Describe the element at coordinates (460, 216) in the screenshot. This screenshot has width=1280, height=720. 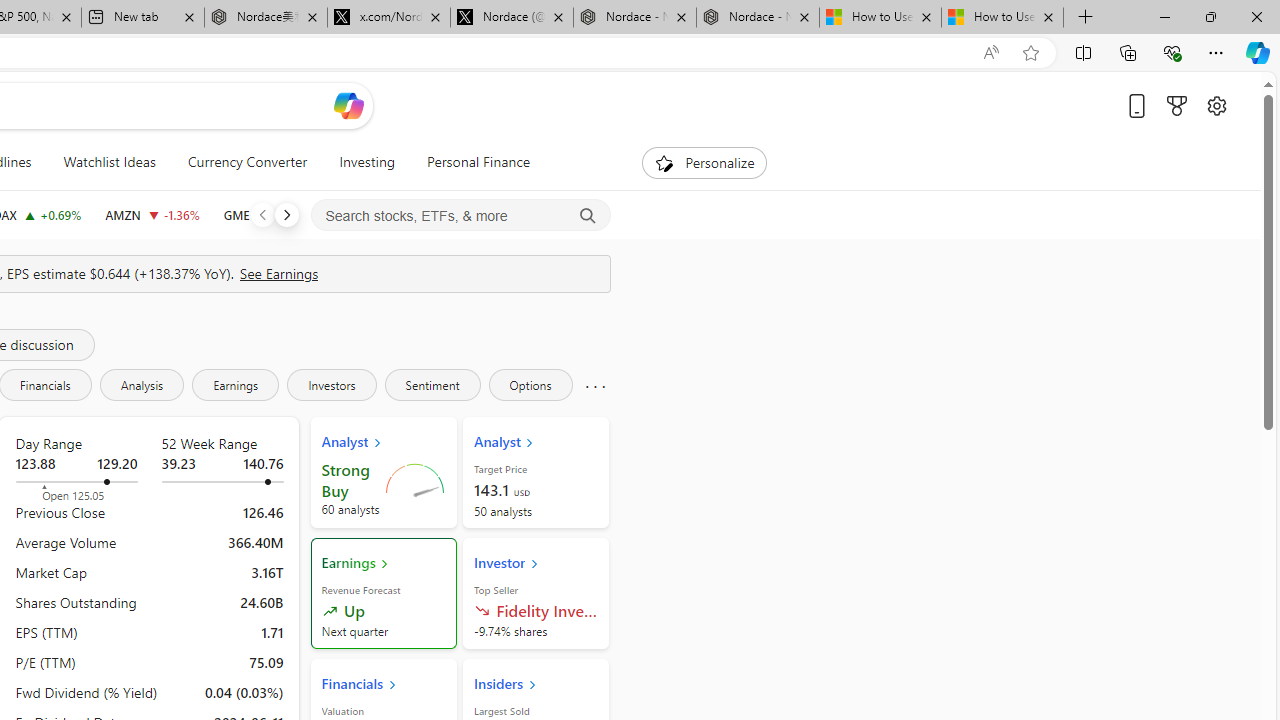
I see `'Search stocks, ETFs, & more'` at that location.